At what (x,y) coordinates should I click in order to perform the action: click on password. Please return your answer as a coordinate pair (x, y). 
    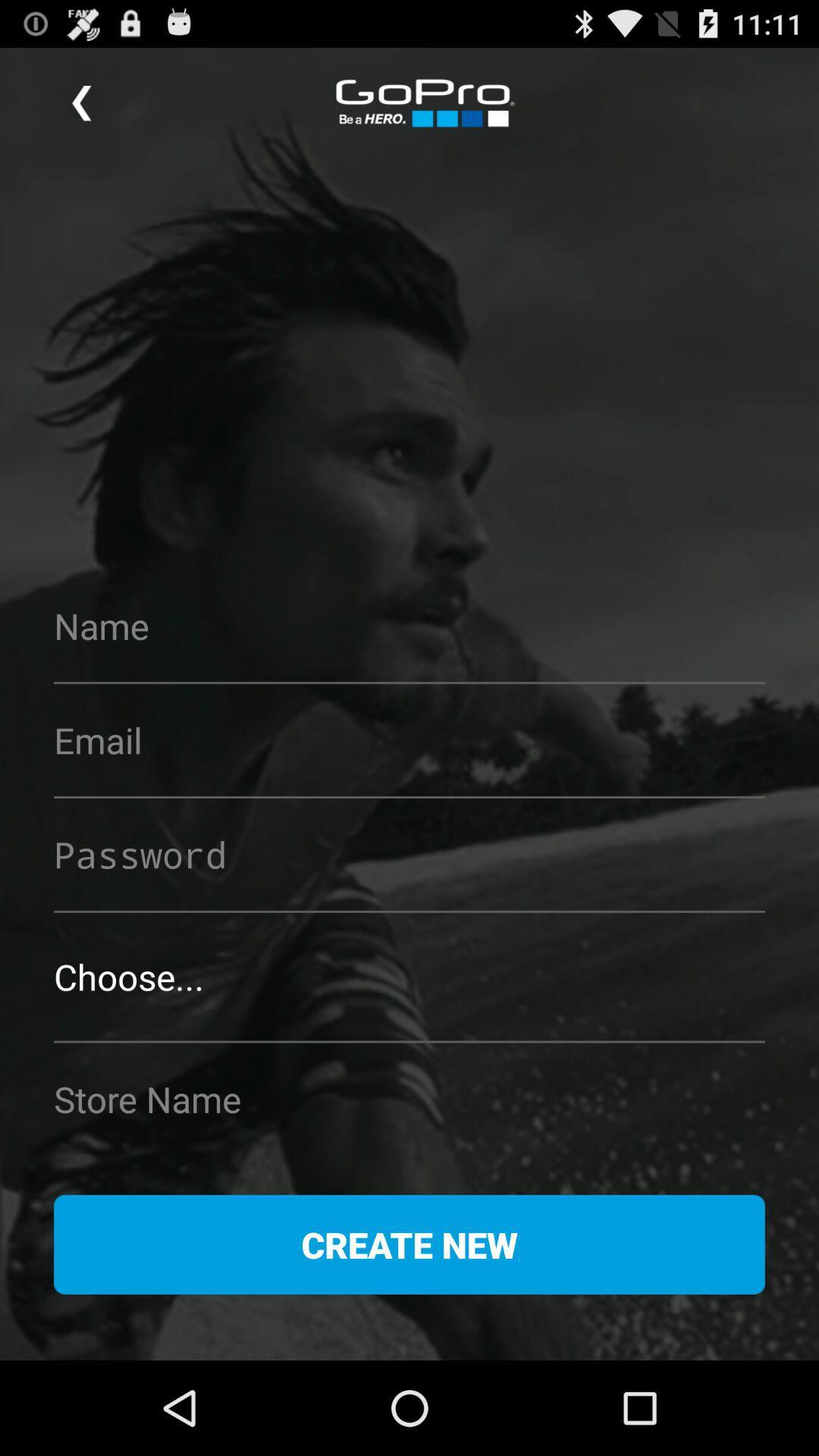
    Looking at the image, I should click on (409, 854).